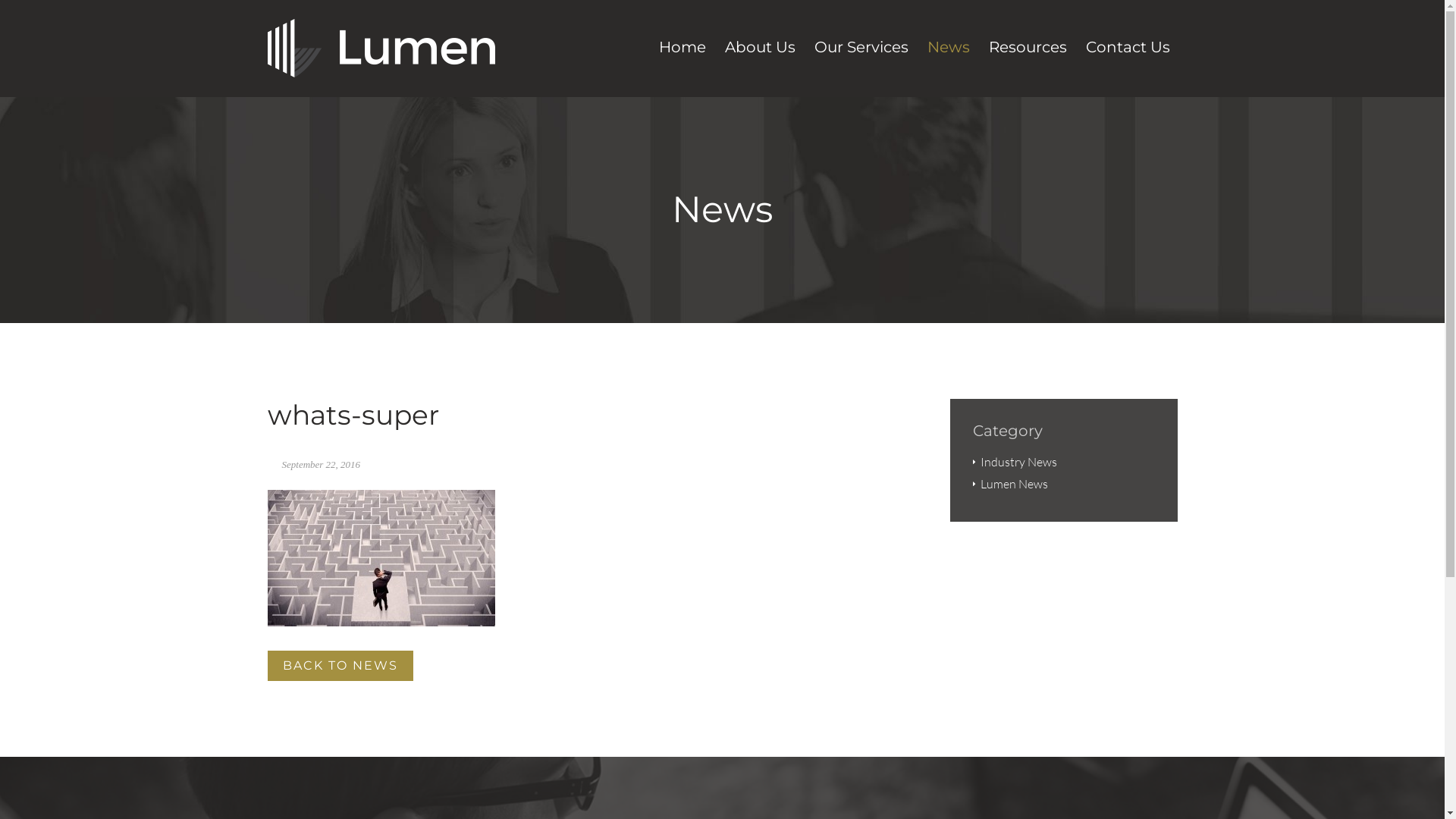 The height and width of the screenshot is (819, 1456). I want to click on 'Industry News', so click(1018, 461).